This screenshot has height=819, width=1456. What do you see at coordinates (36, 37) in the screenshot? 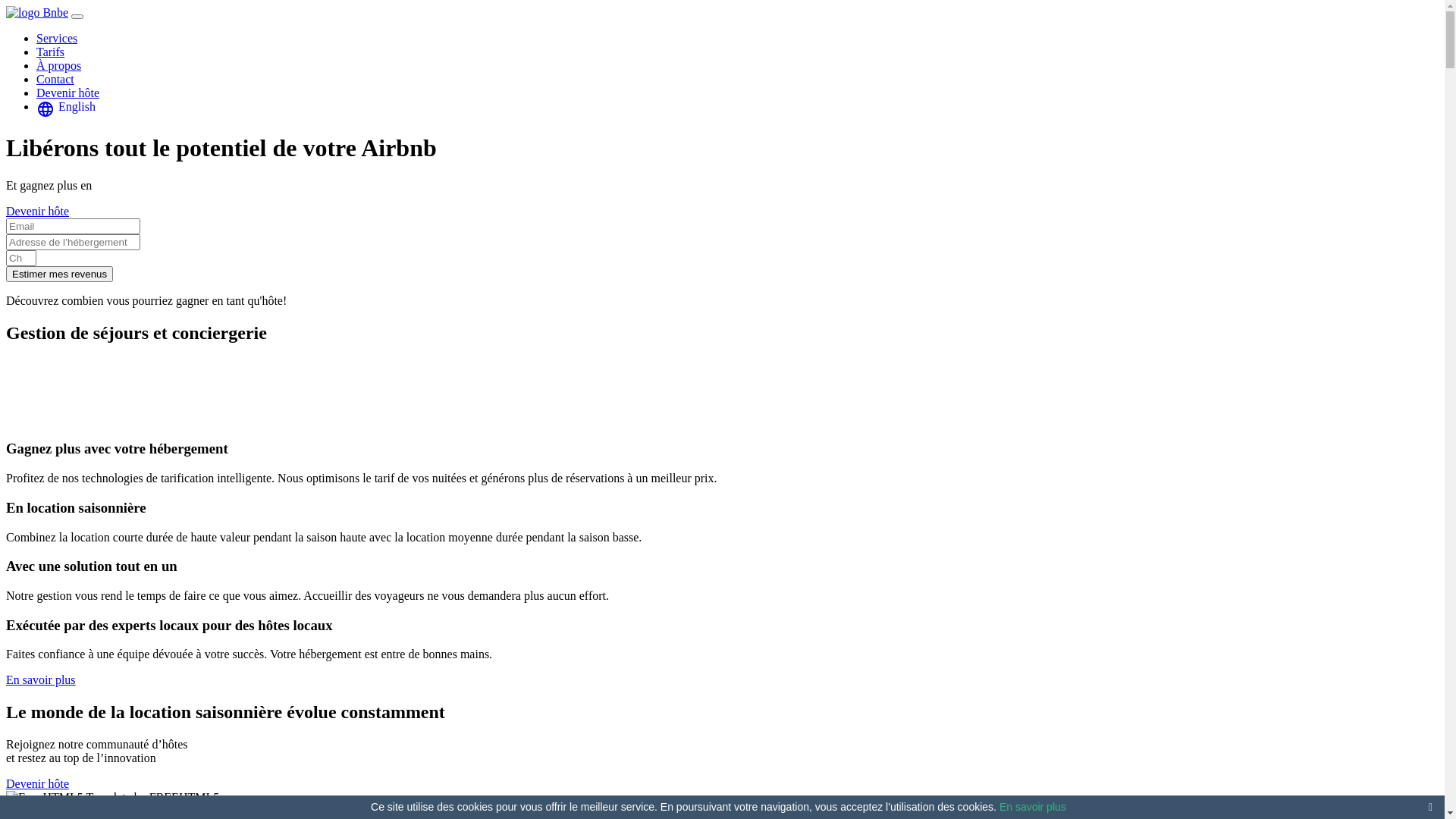
I see `'Services'` at bounding box center [36, 37].